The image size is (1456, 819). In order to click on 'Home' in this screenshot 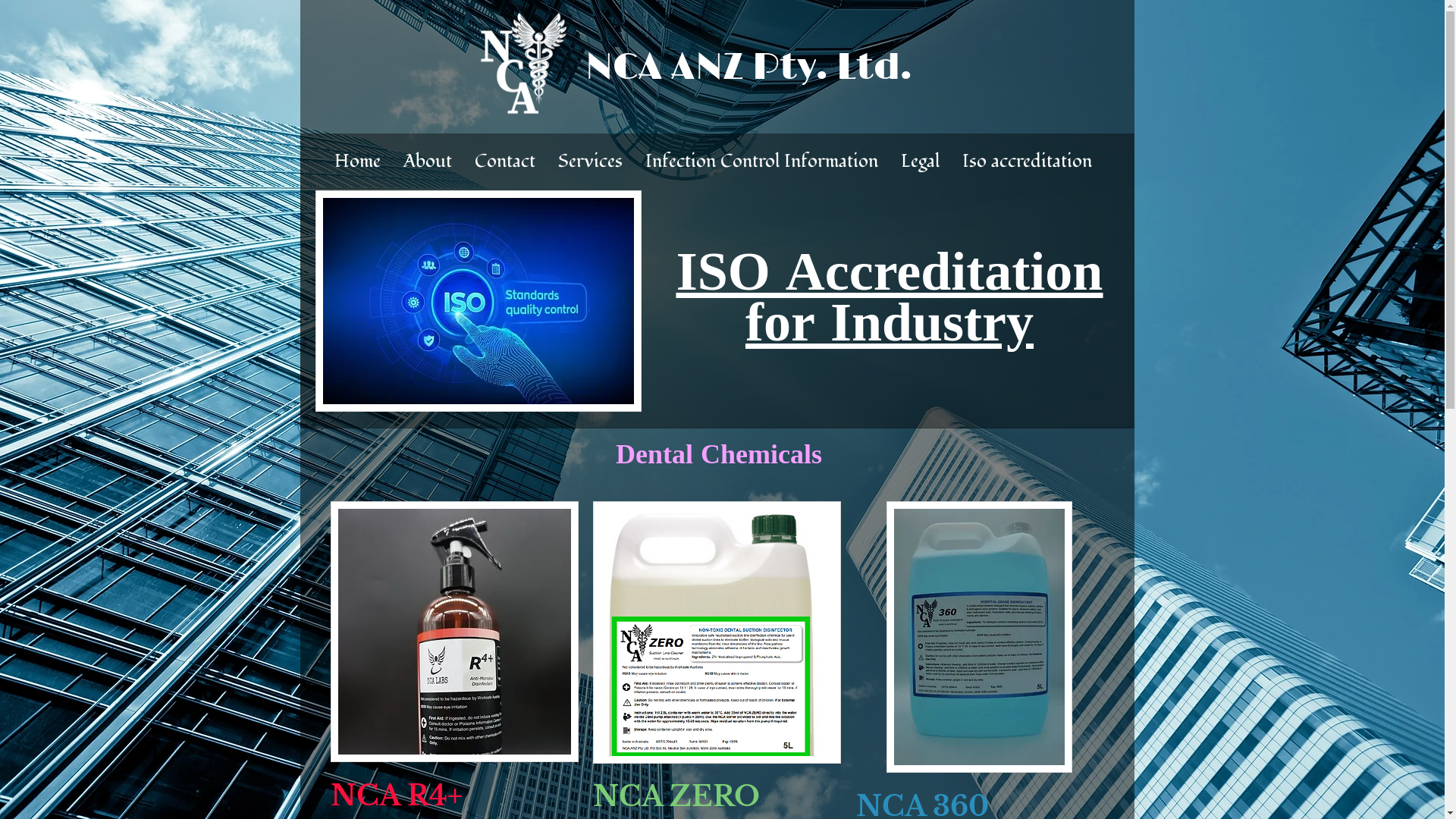, I will do `click(356, 161)`.